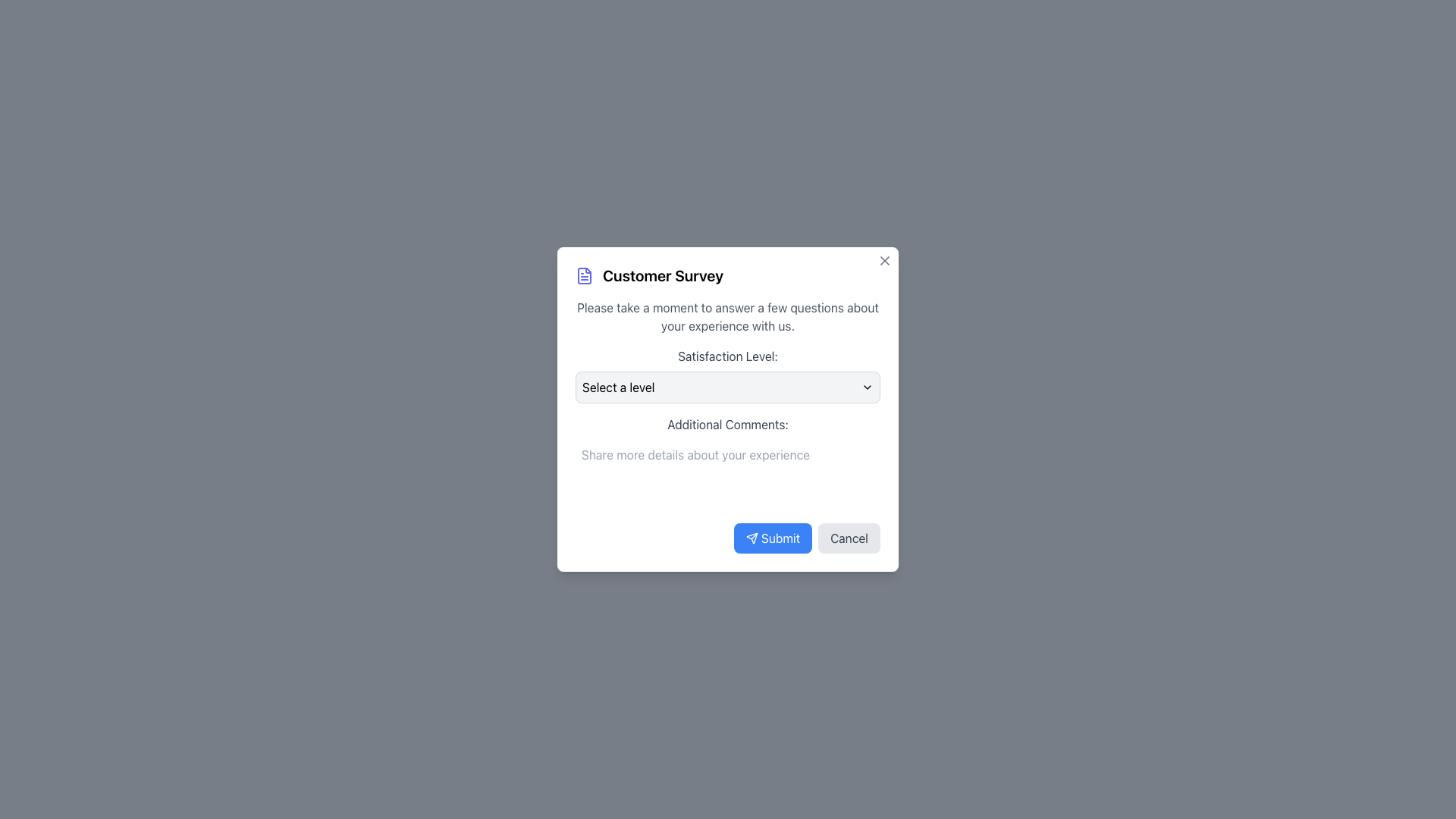 This screenshot has height=819, width=1456. I want to click on the informational text label guiding the user to begin answering questions related to their experience with the system, located below the 'Customer Survey' header, so click(728, 315).